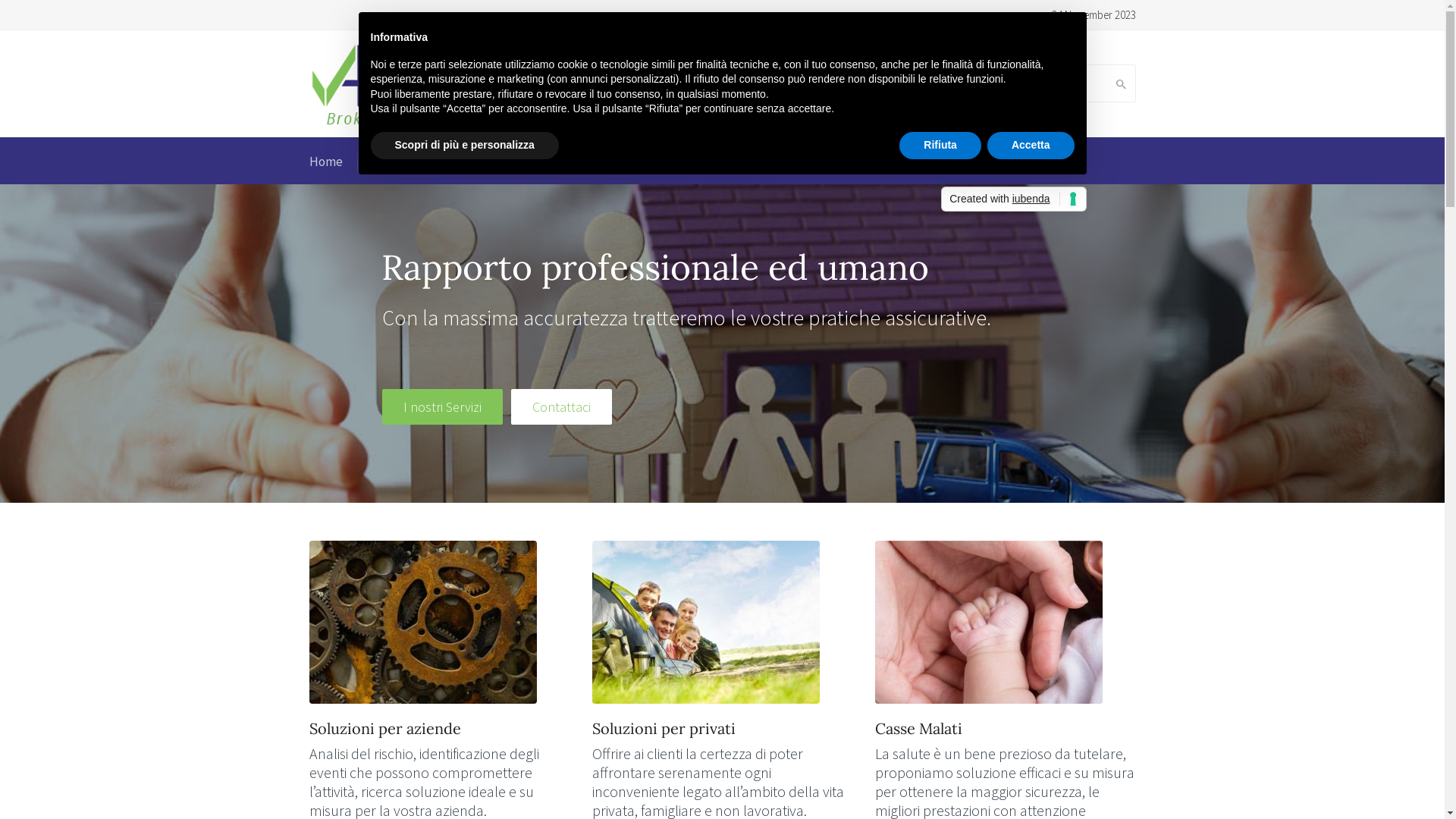  What do you see at coordinates (400, 162) in the screenshot?
I see `'Chi siamo'` at bounding box center [400, 162].